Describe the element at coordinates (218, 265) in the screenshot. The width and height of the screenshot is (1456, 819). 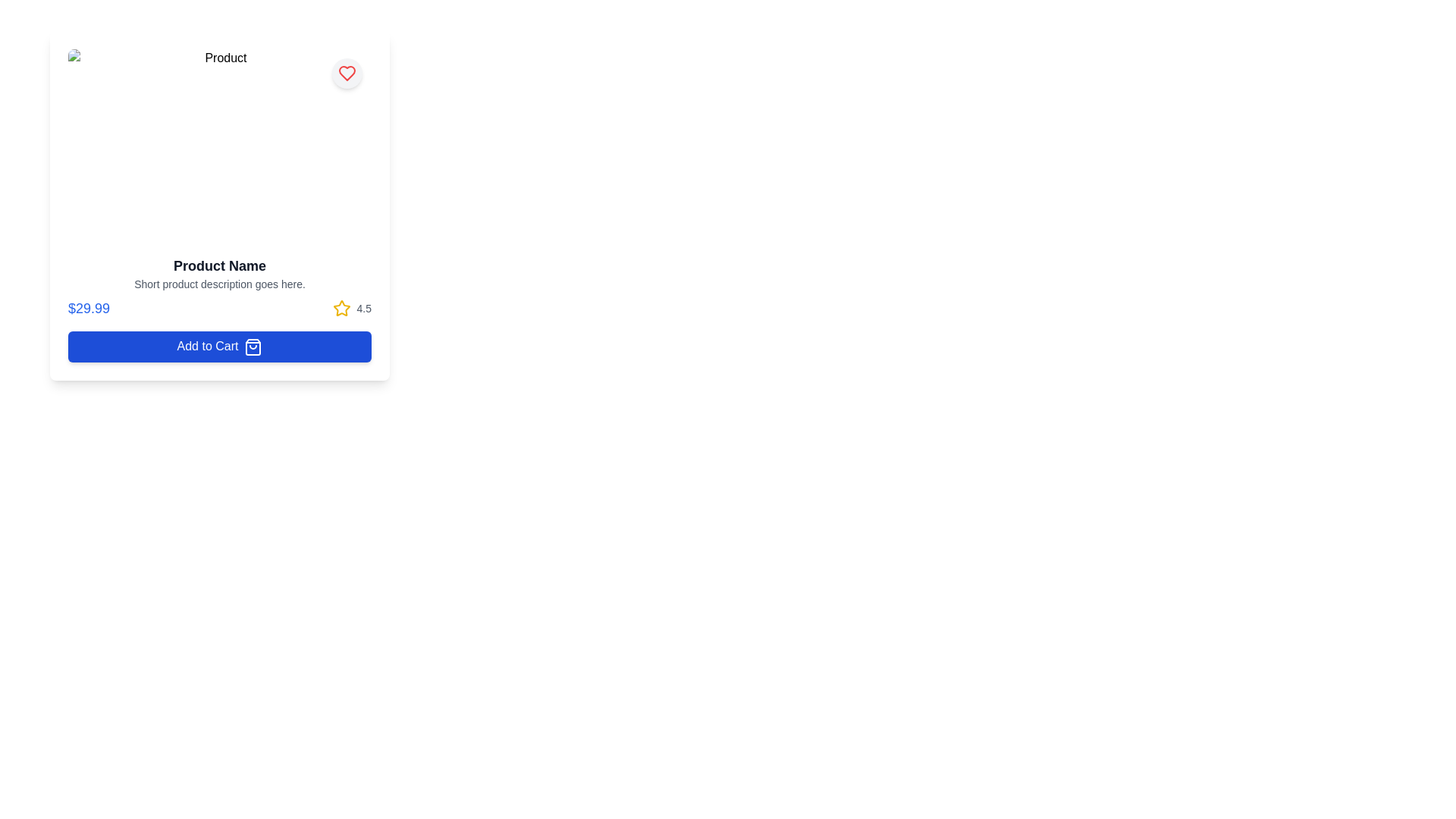
I see `text from the Text Block that serves as a title or identifier for the product displayed in the card, which is positioned above the description text and below the product image` at that location.